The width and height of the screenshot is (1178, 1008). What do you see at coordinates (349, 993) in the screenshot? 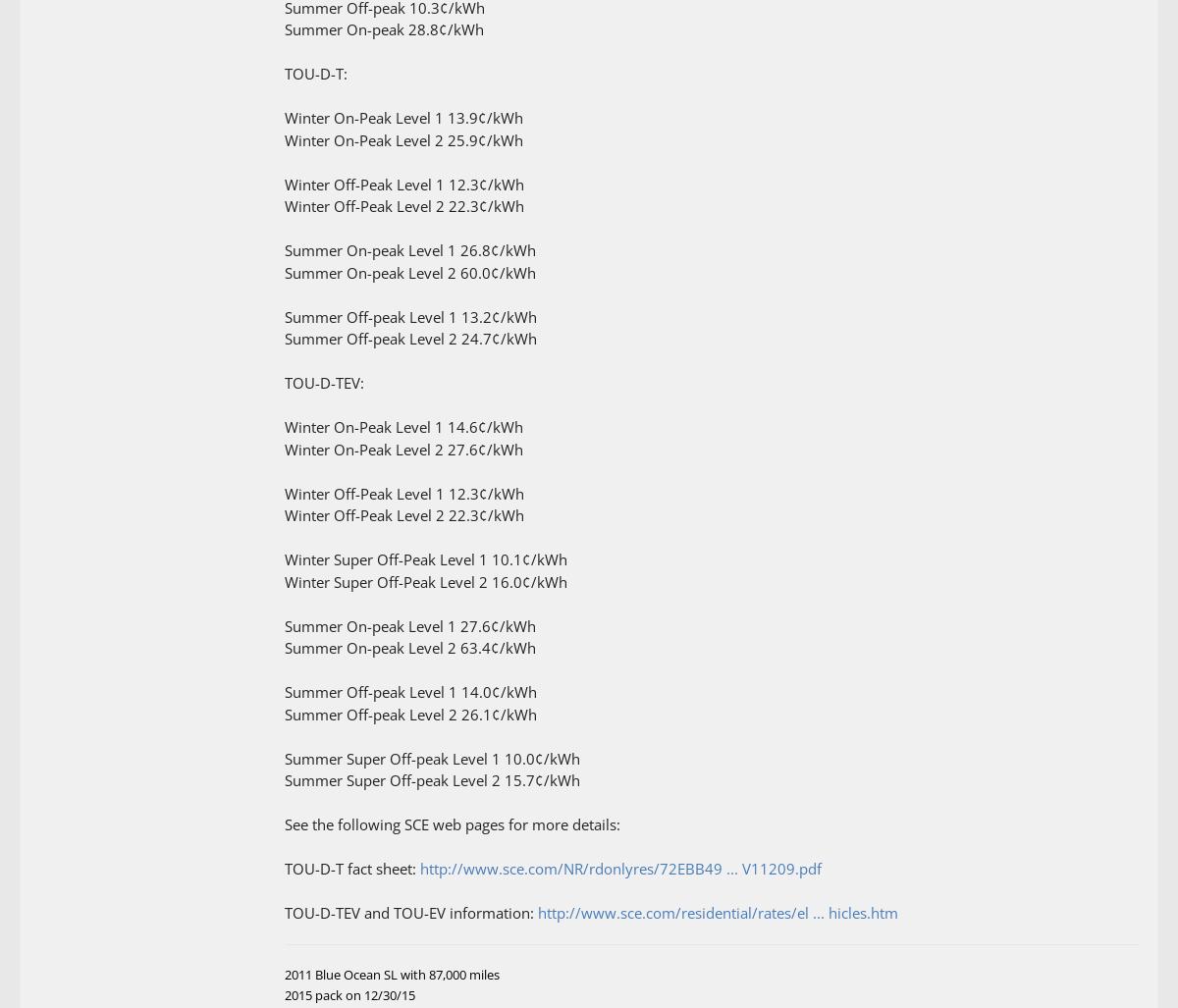
I see `'2015 pack on 12/30/15'` at bounding box center [349, 993].